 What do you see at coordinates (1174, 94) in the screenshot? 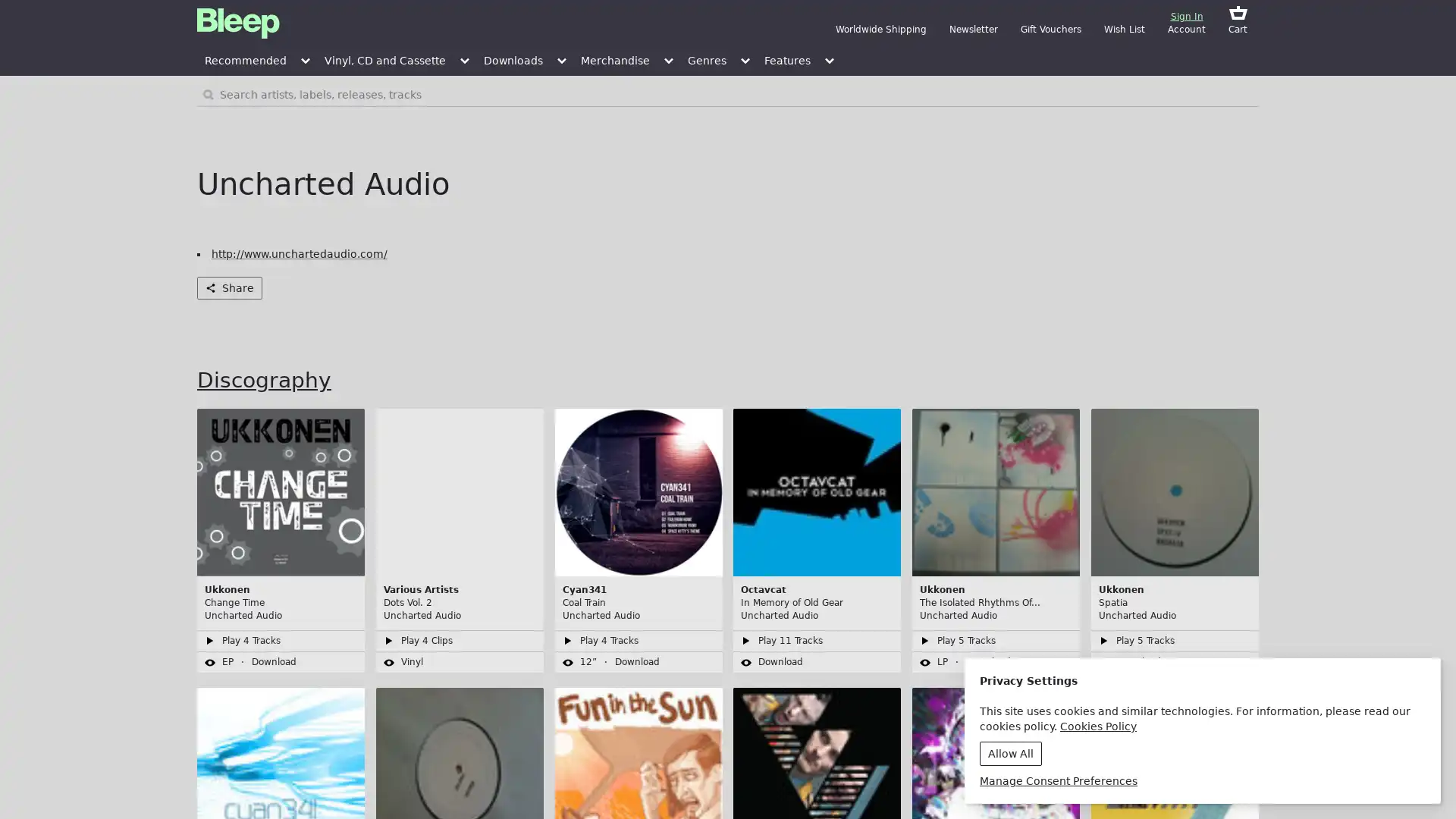
I see `Search` at bounding box center [1174, 94].